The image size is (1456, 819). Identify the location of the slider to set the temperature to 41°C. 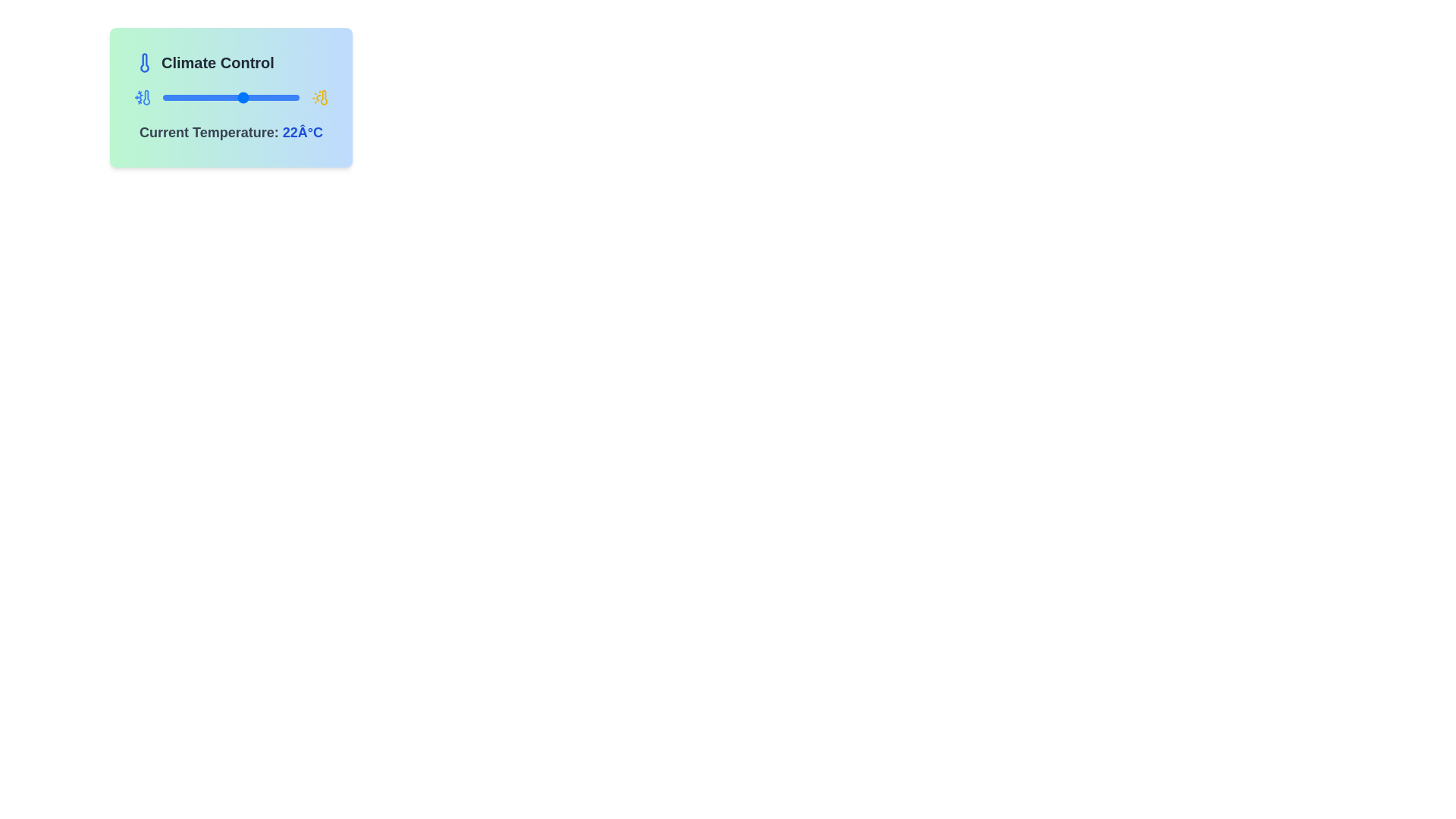
(281, 97).